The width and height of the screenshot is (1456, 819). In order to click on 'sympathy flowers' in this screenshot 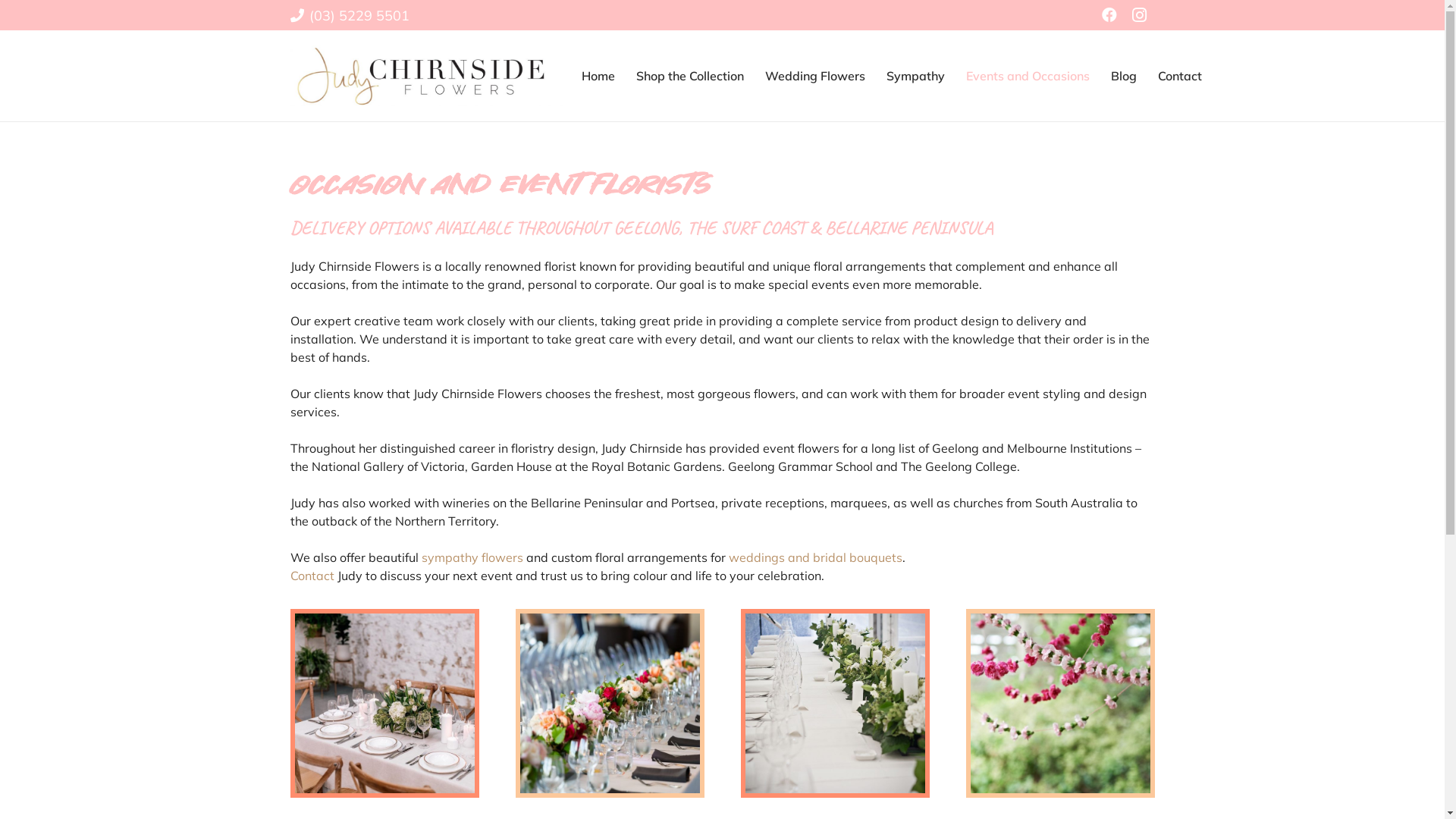, I will do `click(472, 557)`.